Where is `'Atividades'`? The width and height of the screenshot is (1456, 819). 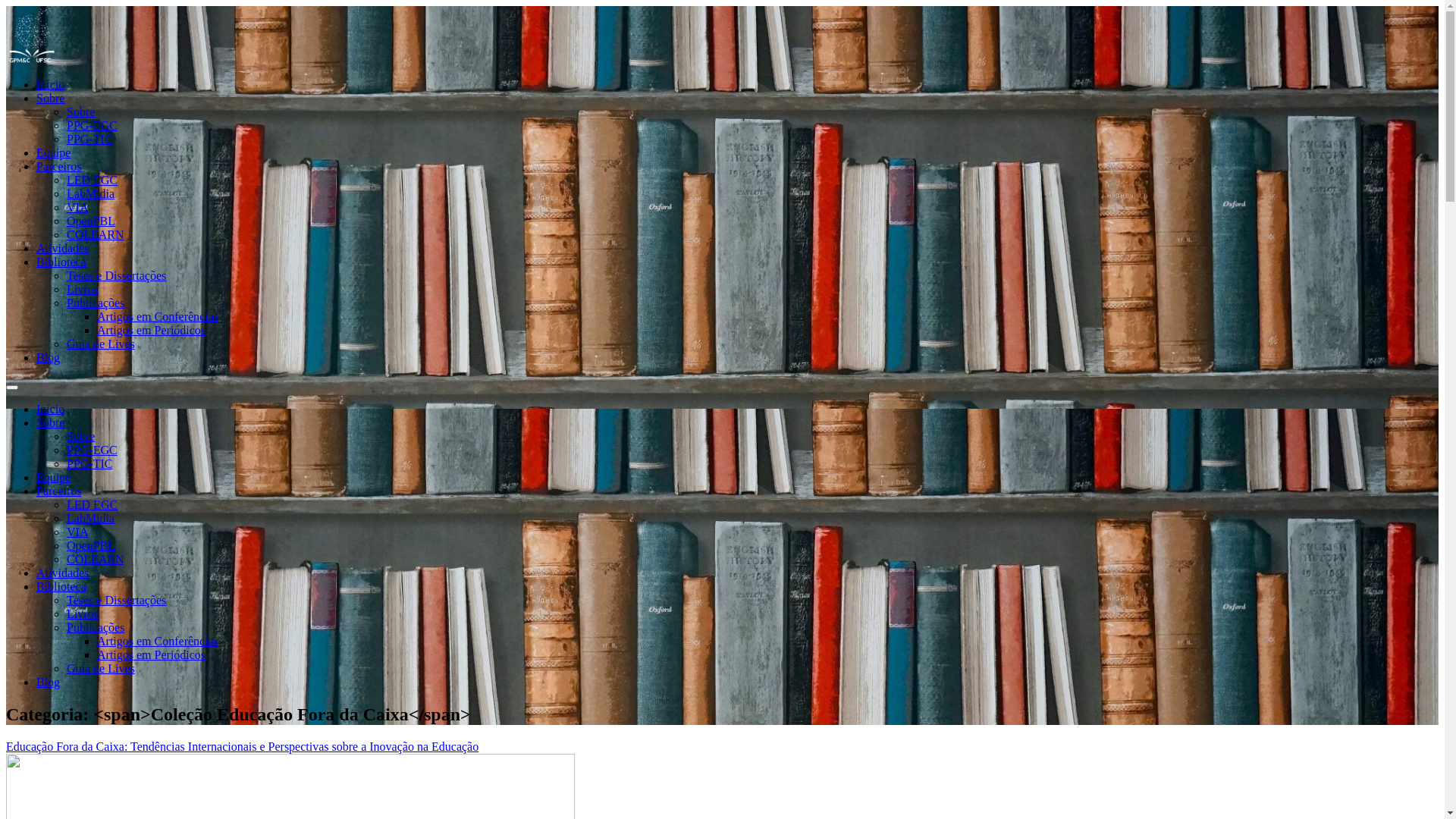
'Atividades' is located at coordinates (61, 247).